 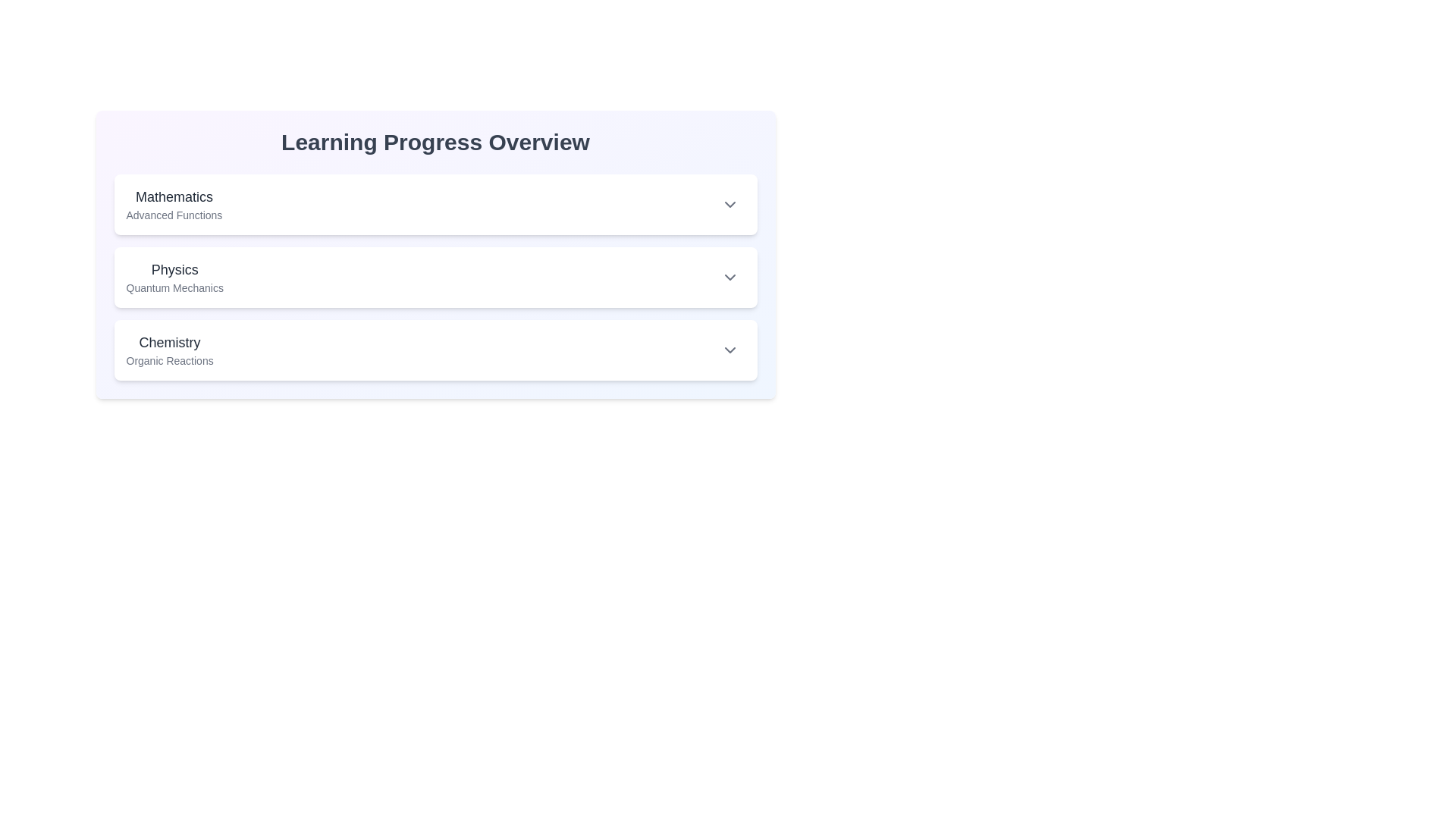 I want to click on the text label 'Organic Reactions' which is styled in a smaller font size and lighter gray color beneath the 'Chemistry' section header, so click(x=170, y=360).